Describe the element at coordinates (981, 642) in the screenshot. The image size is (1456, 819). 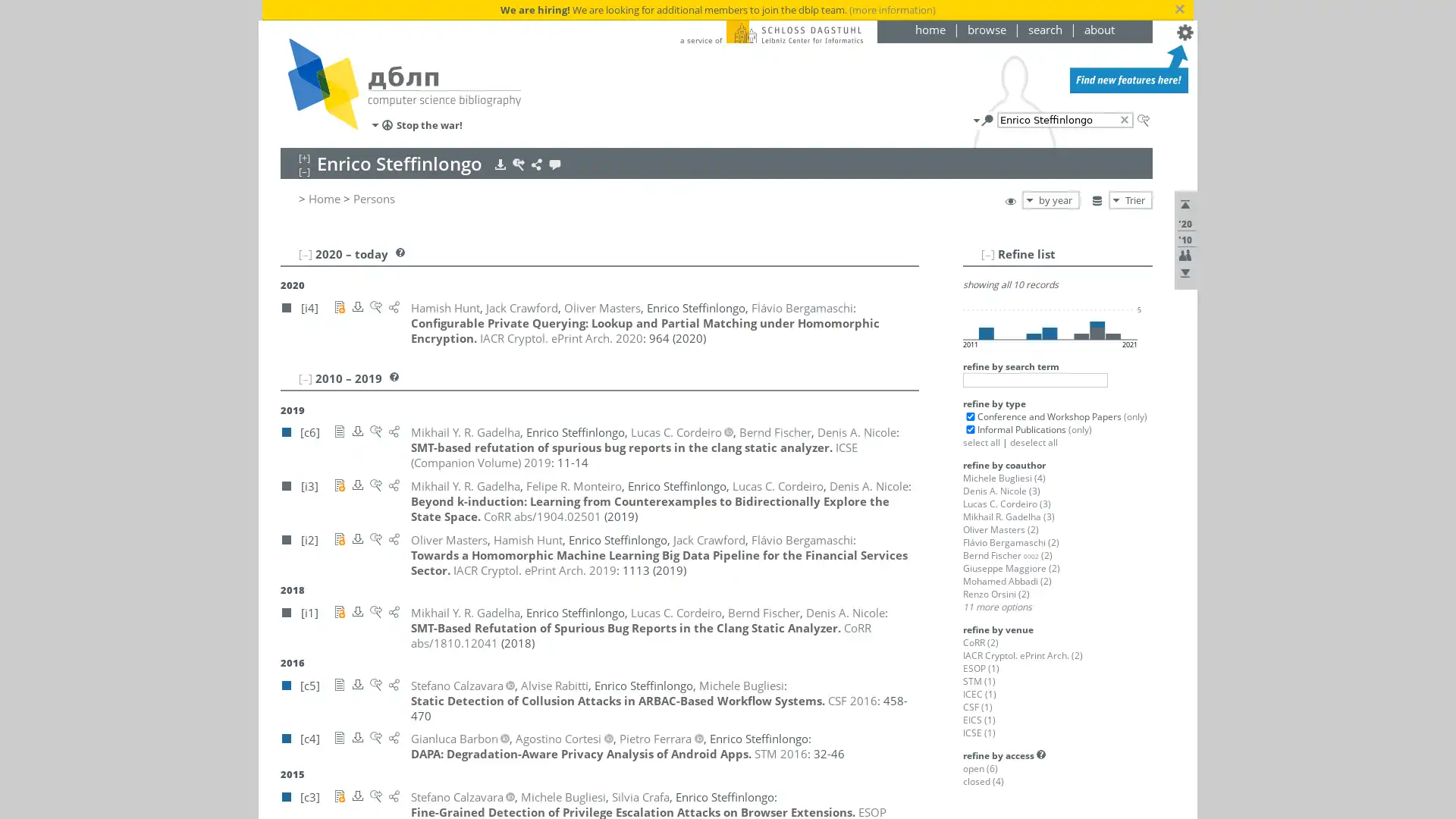
I see `CoRR (2)` at that location.